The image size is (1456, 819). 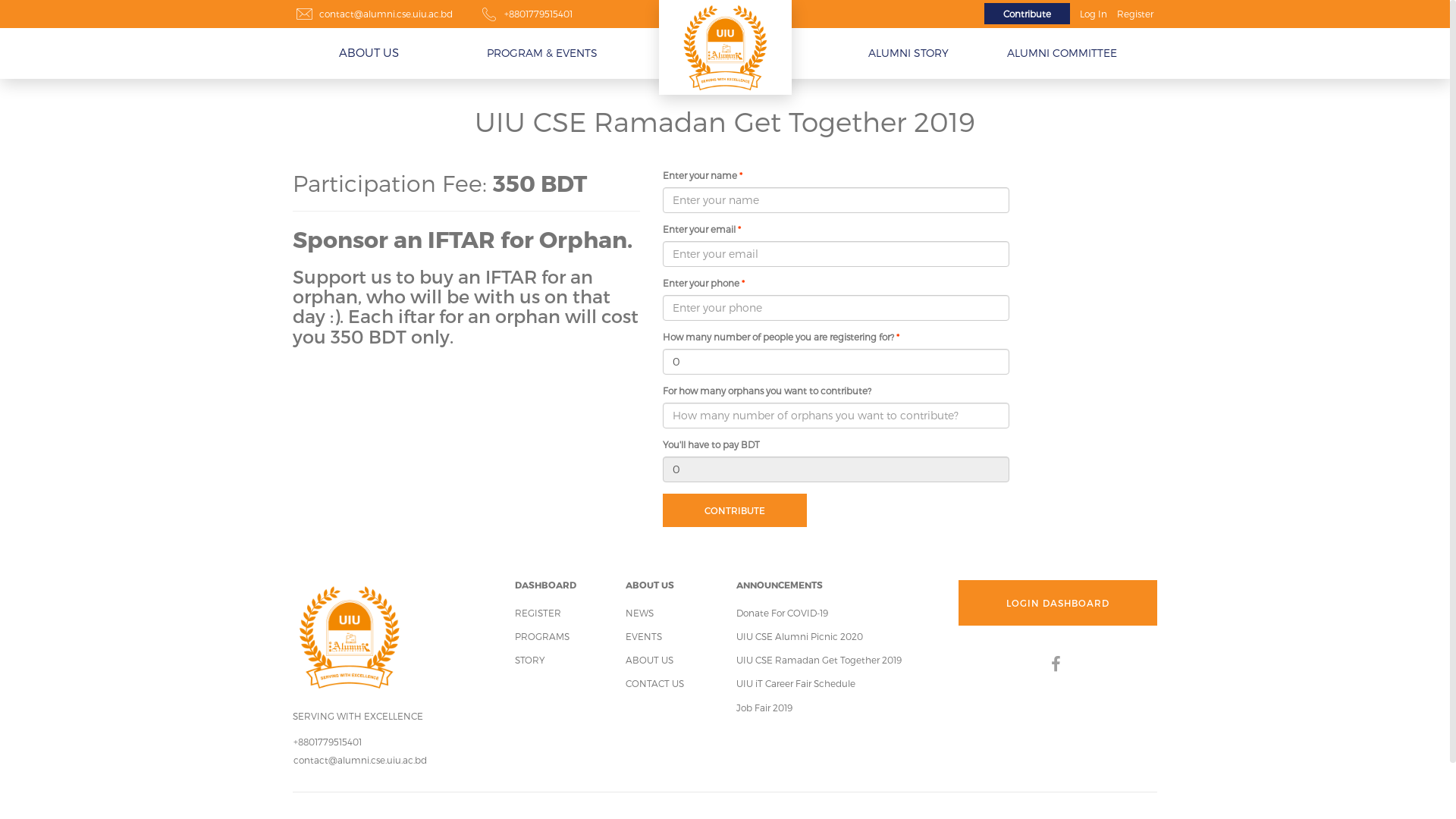 I want to click on '+8801779515401', so click(x=538, y=14).